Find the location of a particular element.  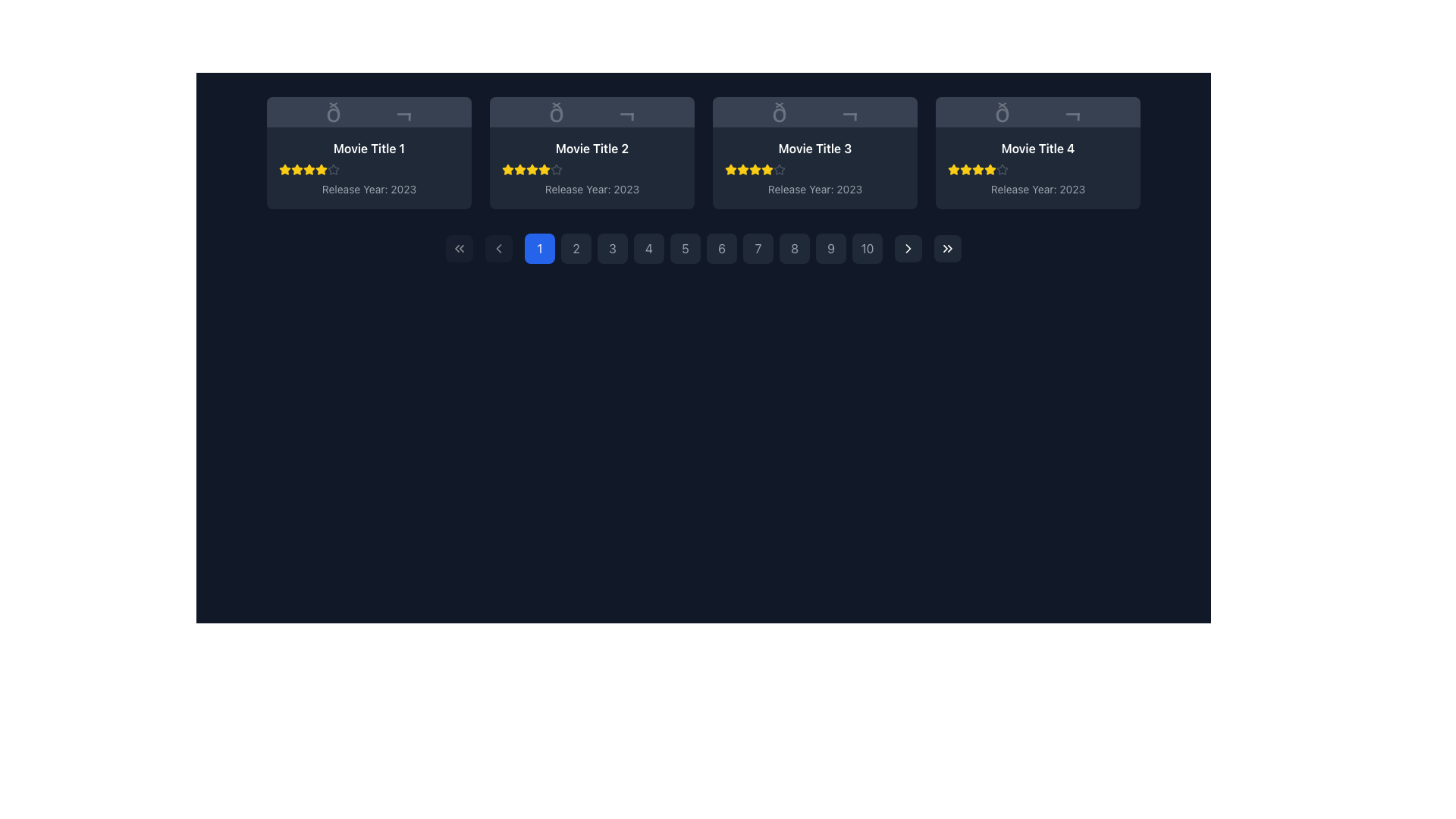

the third star icon in the rating system for 'Movie Title 4' to assign a rating is located at coordinates (965, 169).